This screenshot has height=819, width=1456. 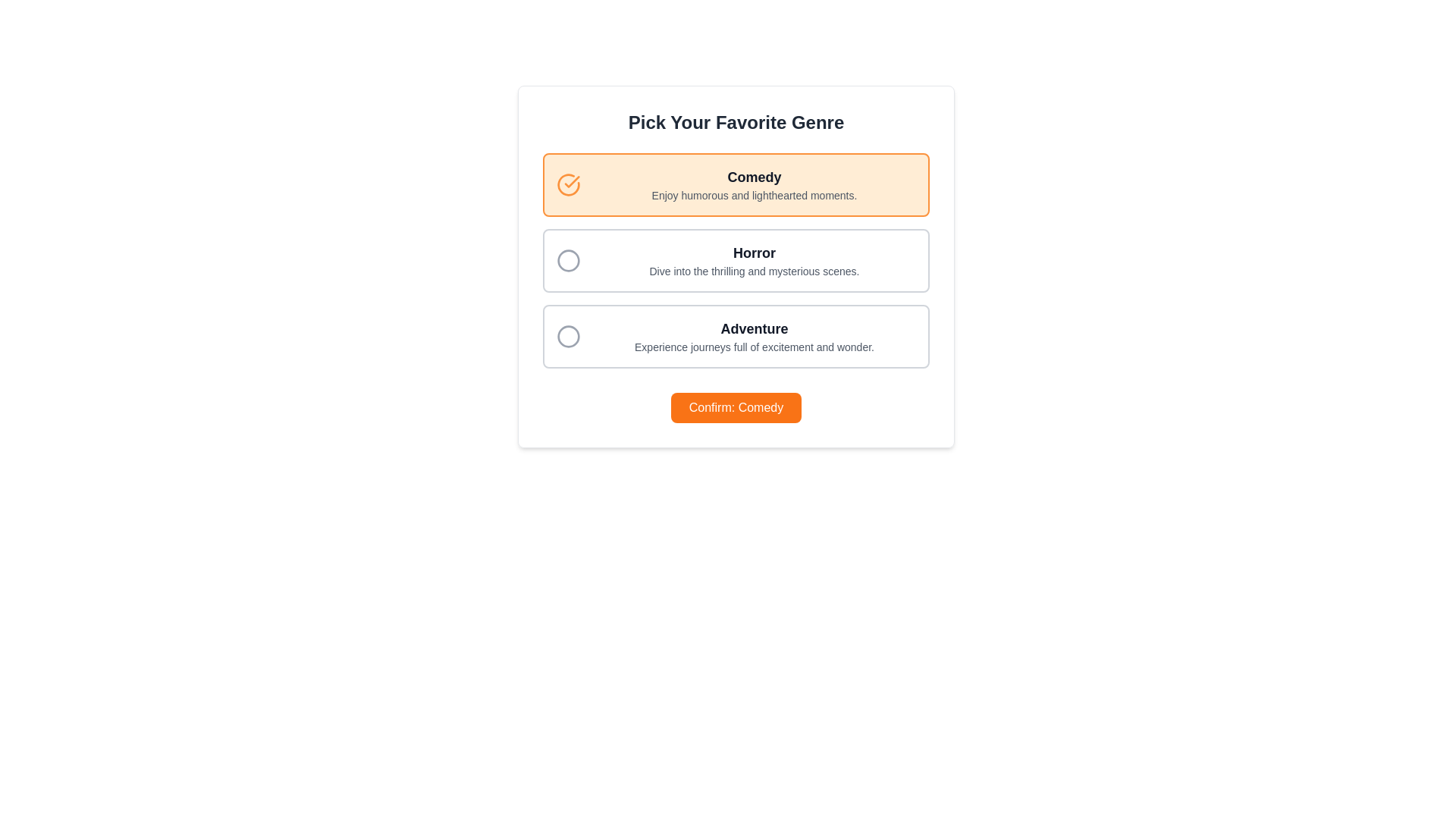 What do you see at coordinates (574, 335) in the screenshot?
I see `the Adventure card selection icon from its current position at the top-left corner of the Adventure option card` at bounding box center [574, 335].